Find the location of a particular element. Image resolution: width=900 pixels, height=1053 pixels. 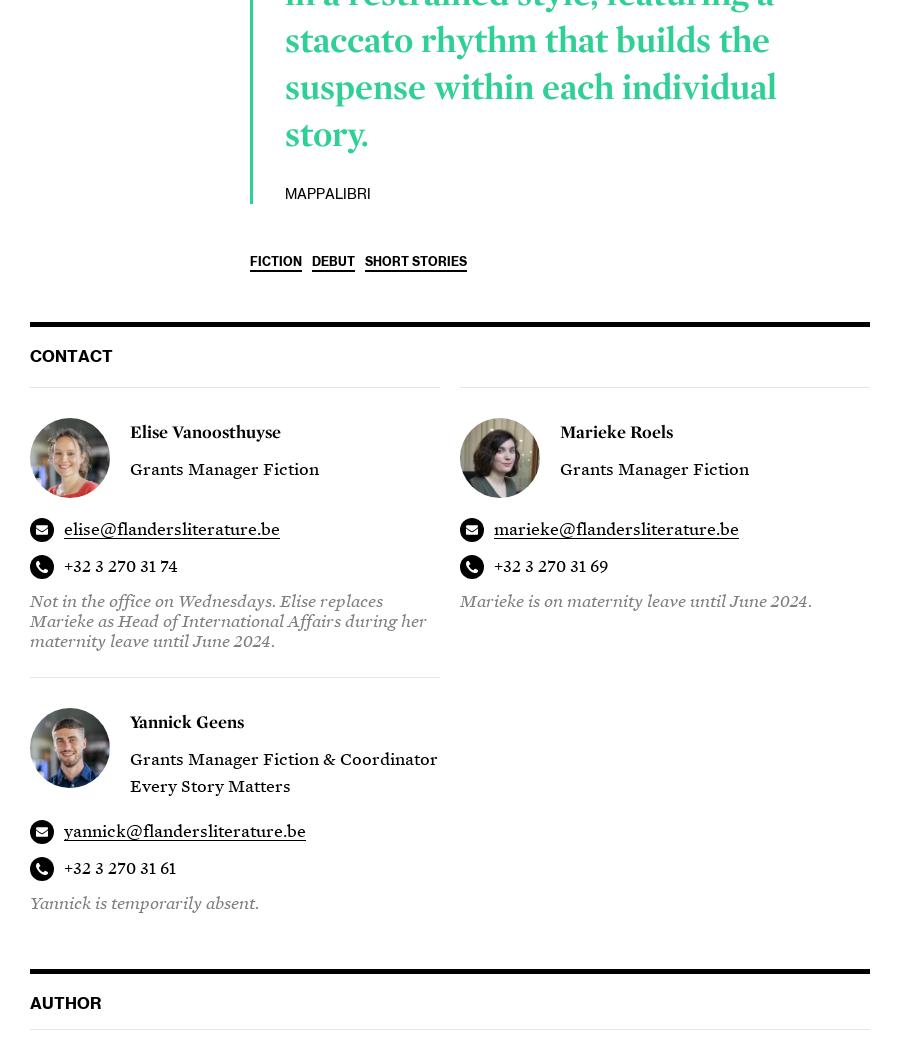

'Fiction' is located at coordinates (275, 260).